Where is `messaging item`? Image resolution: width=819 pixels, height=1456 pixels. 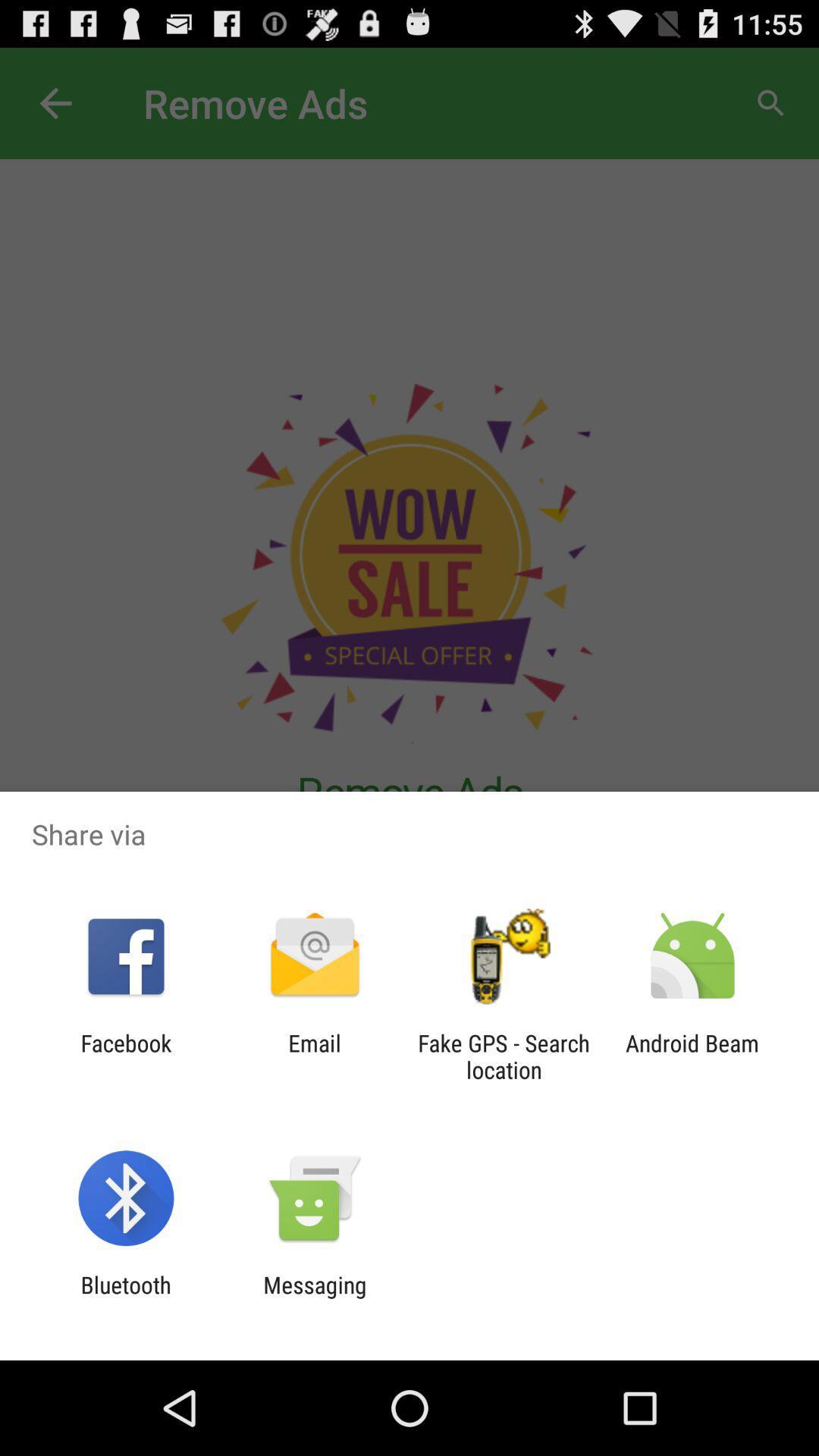 messaging item is located at coordinates (314, 1298).